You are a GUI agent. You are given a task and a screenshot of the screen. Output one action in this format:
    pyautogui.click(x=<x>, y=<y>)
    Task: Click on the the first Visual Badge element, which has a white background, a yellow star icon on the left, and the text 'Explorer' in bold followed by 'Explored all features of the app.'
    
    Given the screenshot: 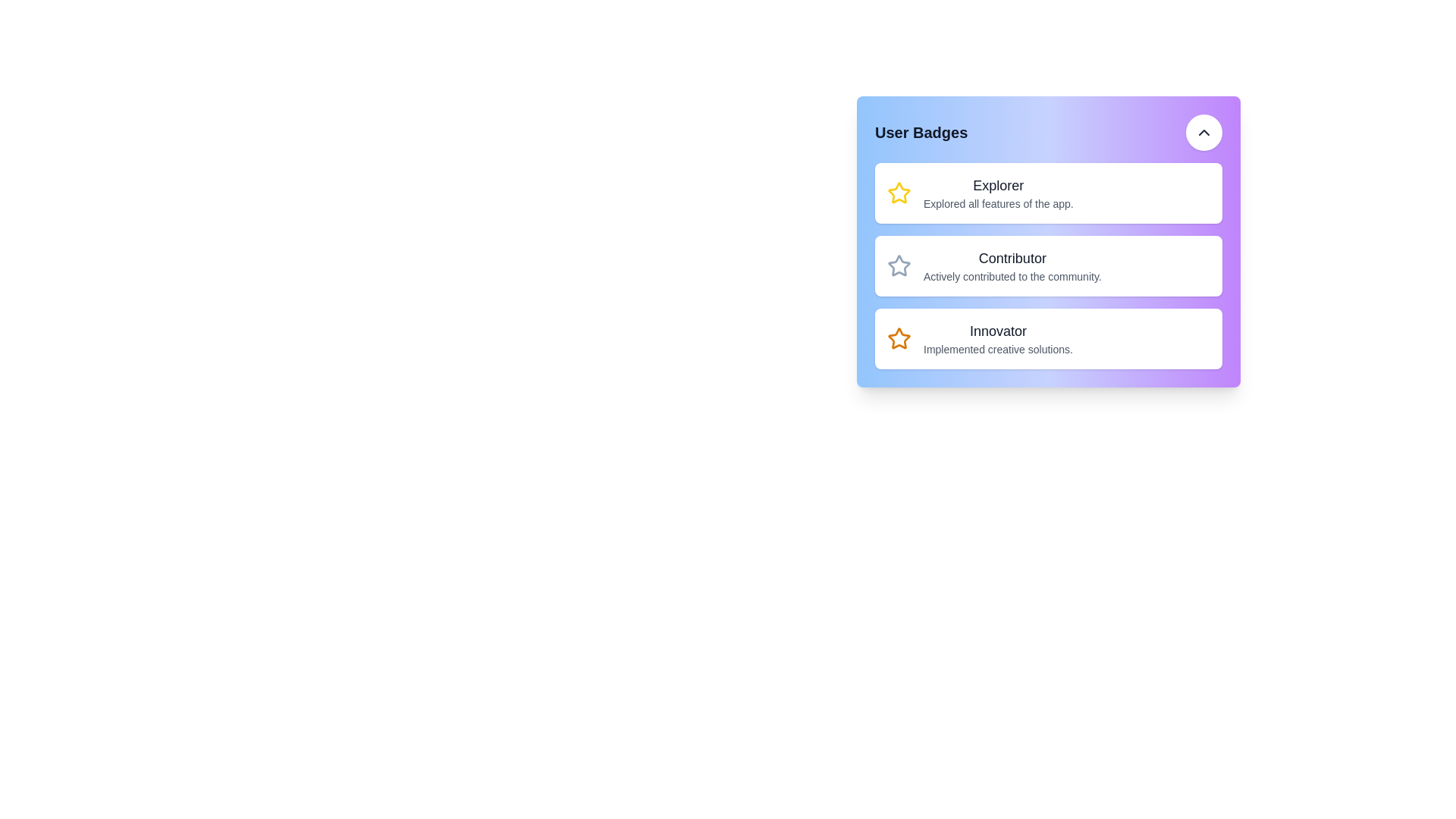 What is the action you would take?
    pyautogui.click(x=1047, y=192)
    